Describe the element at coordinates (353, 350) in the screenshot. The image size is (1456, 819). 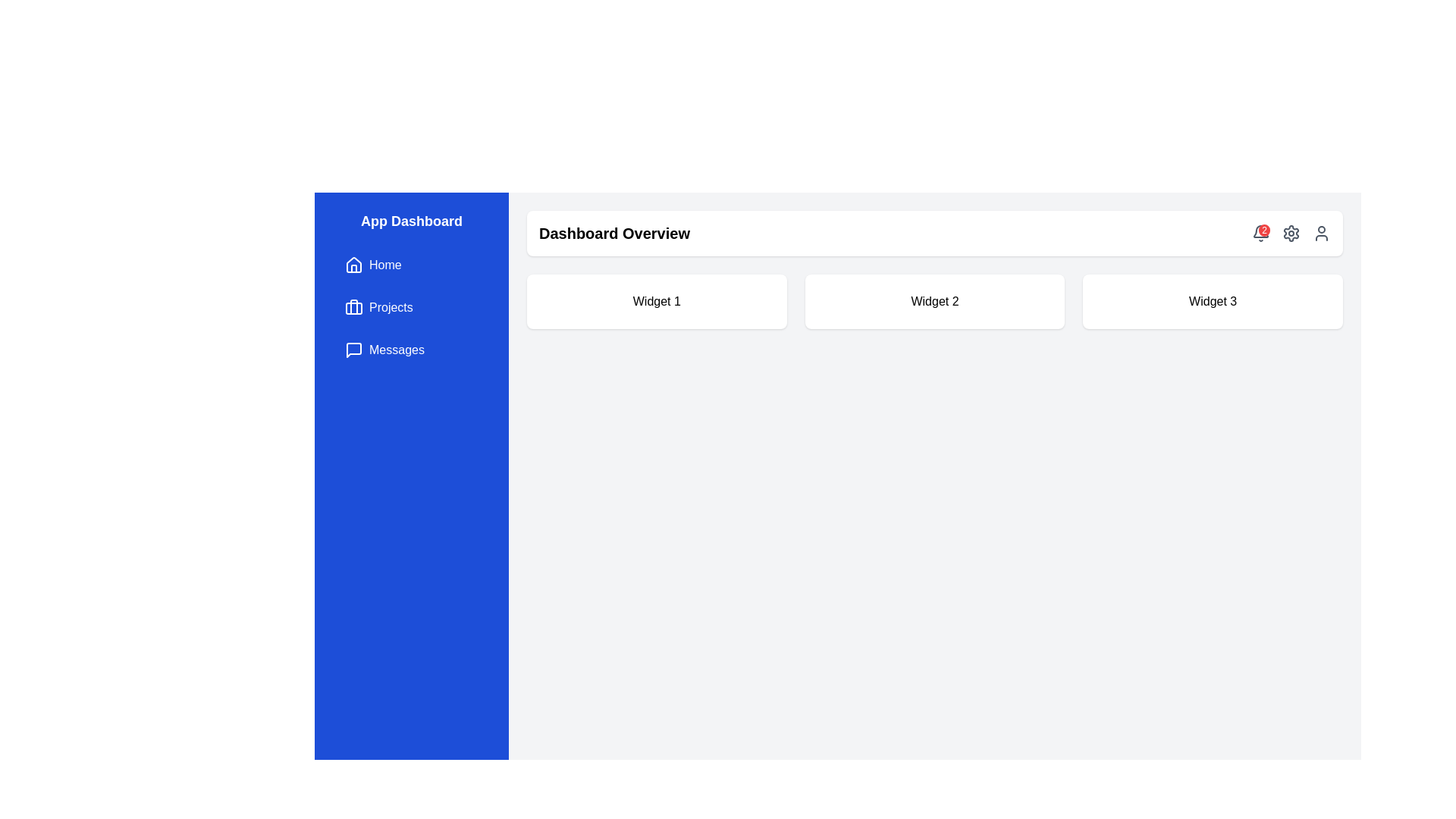
I see `the speech bubble icon located to the left of the 'Messages' text label in the left sidebar` at that location.